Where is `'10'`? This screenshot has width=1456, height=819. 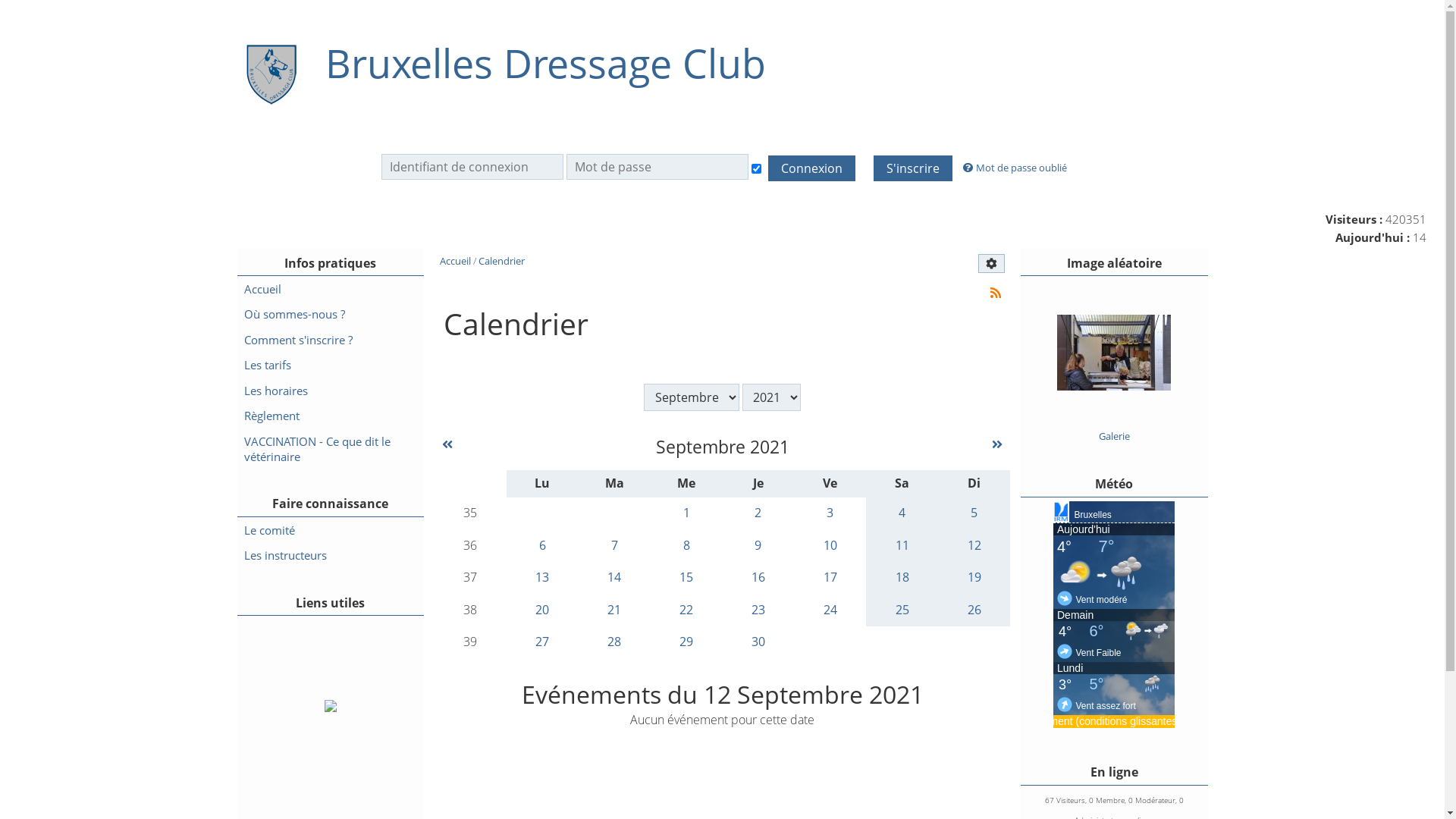 '10' is located at coordinates (829, 544).